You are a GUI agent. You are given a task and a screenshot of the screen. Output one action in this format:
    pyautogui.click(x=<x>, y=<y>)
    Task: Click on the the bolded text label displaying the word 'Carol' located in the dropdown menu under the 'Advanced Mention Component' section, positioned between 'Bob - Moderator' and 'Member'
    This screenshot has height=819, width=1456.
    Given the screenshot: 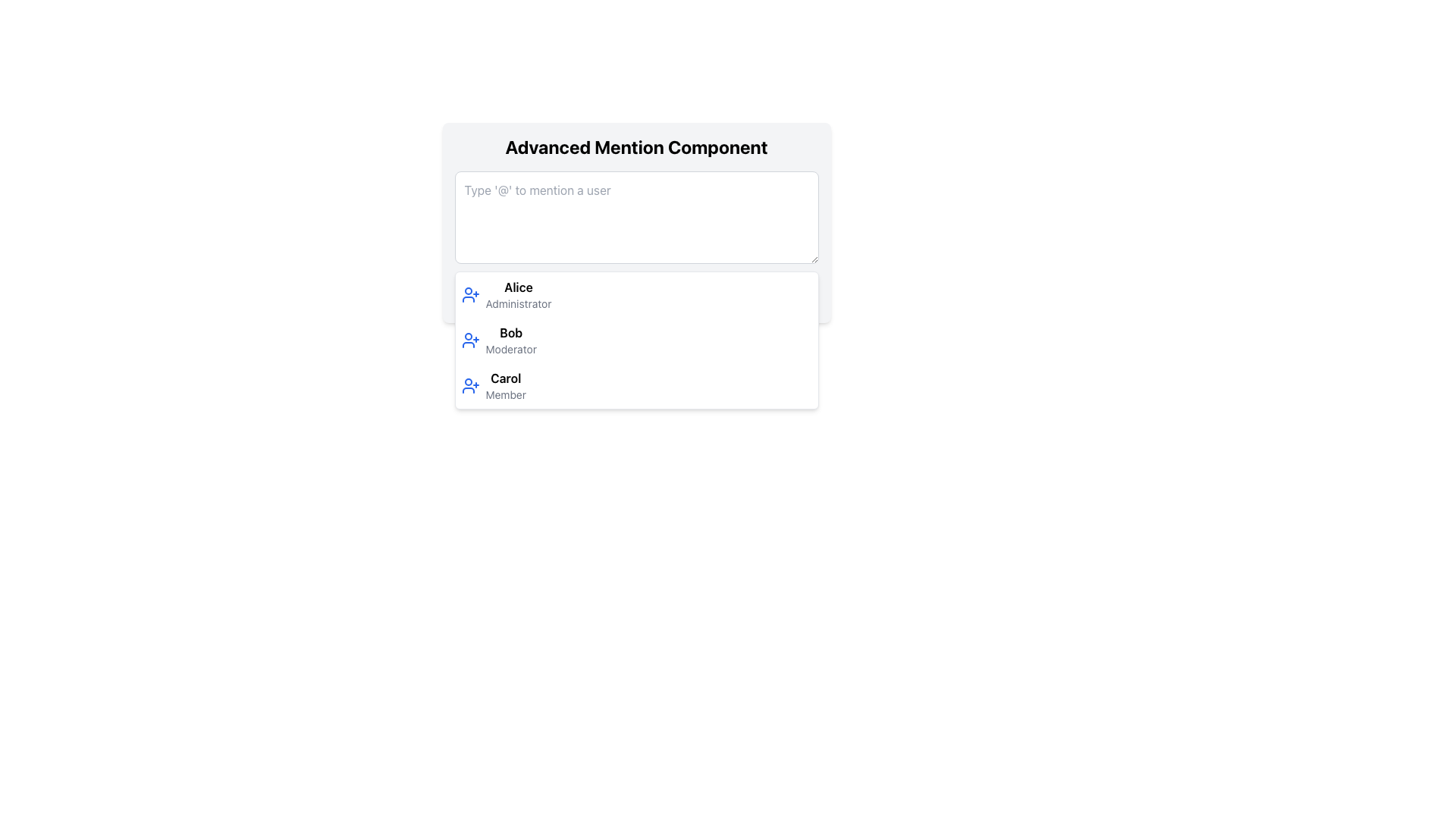 What is the action you would take?
    pyautogui.click(x=506, y=377)
    